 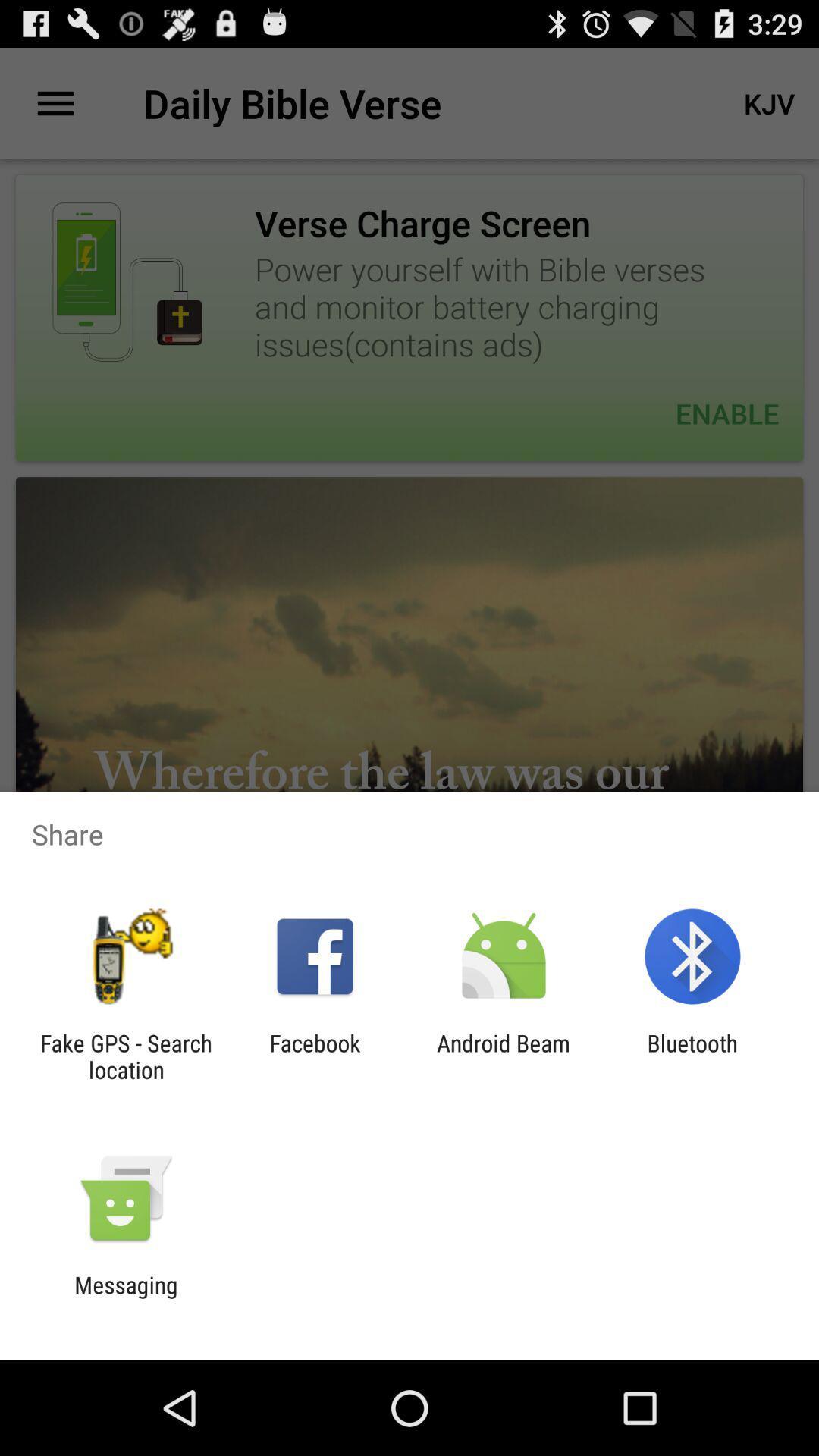 What do you see at coordinates (125, 1056) in the screenshot?
I see `the icon to the left of facebook app` at bounding box center [125, 1056].